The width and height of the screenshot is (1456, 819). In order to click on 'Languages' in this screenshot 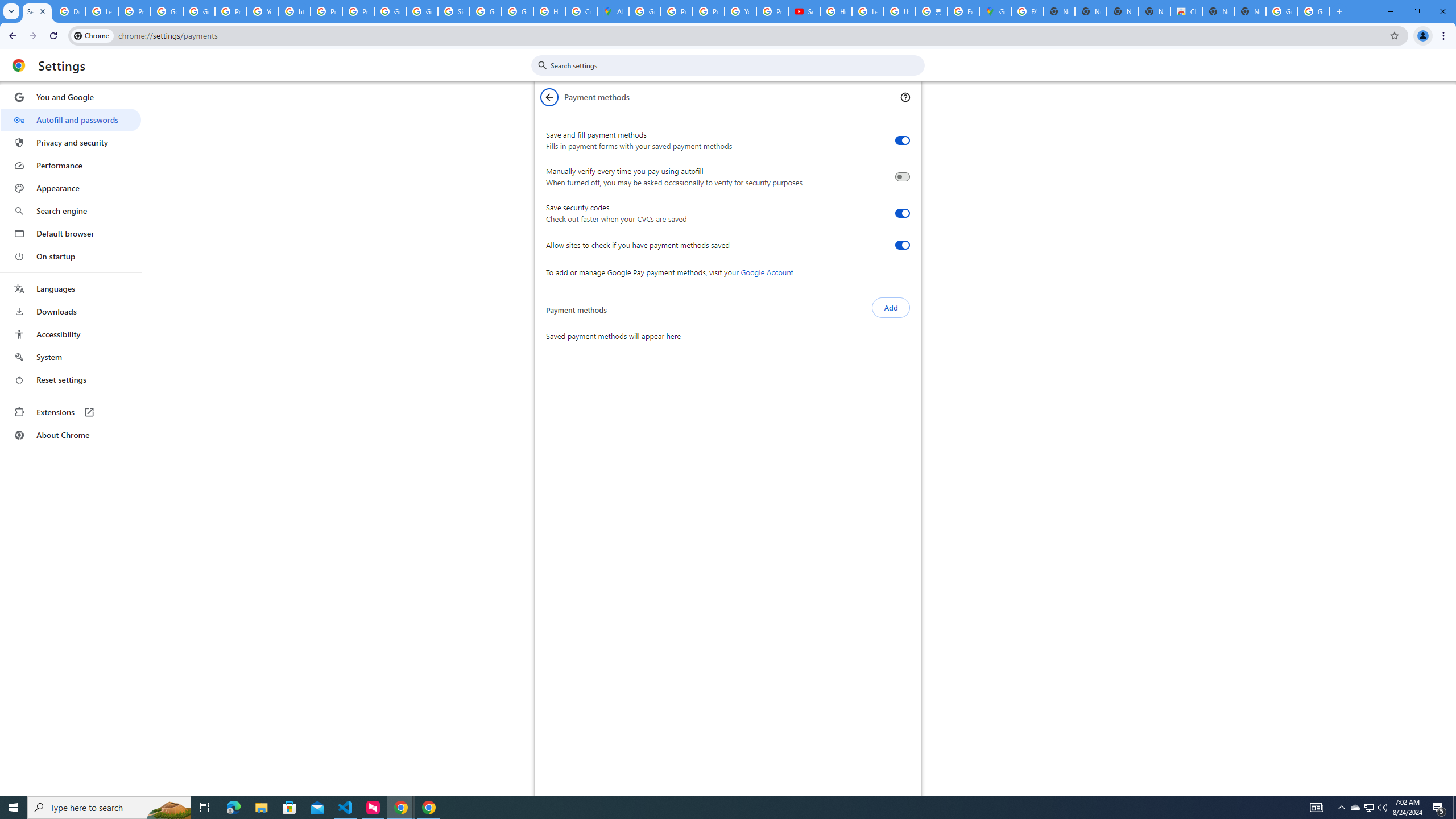, I will do `click(70, 289)`.